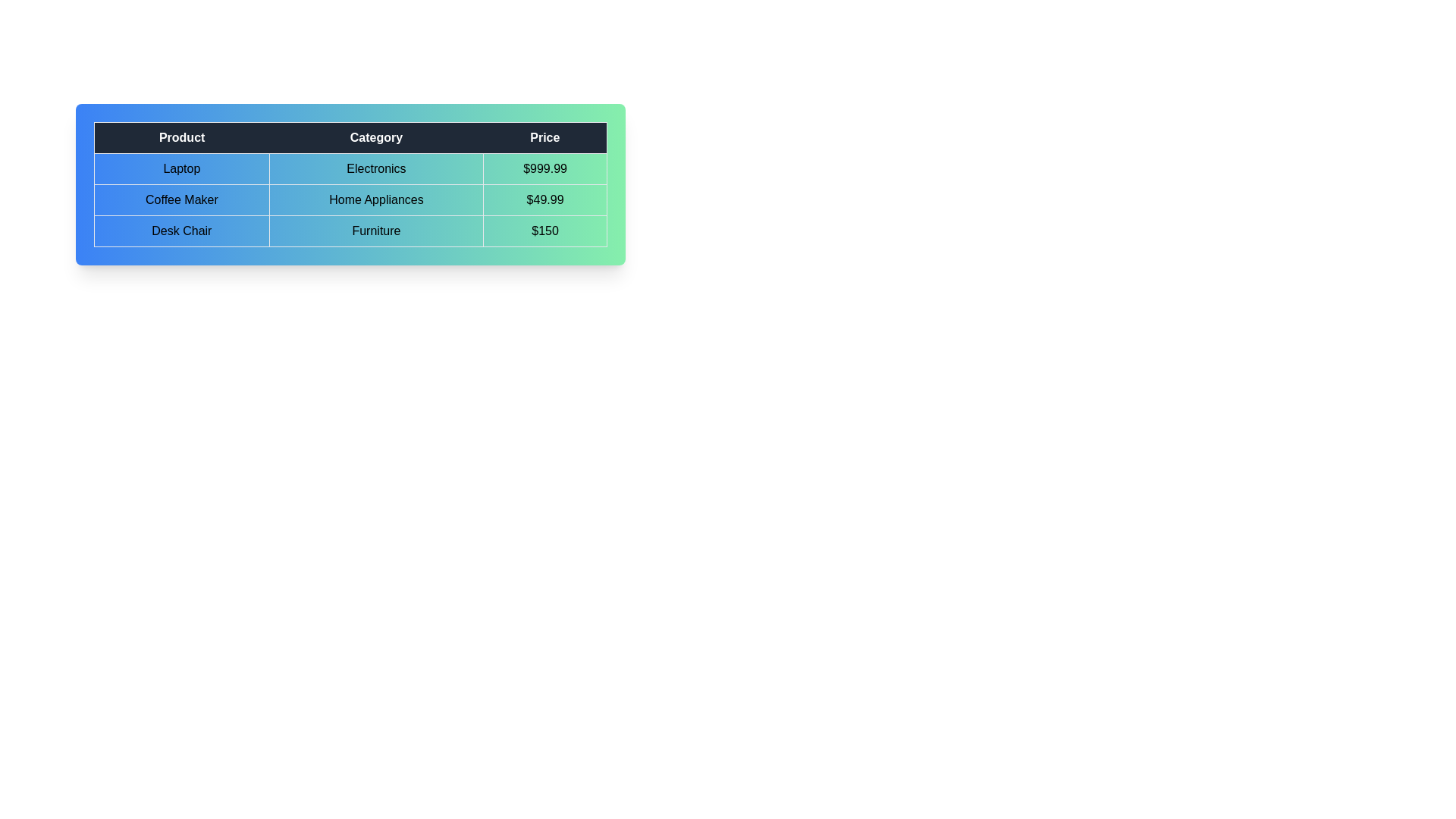  I want to click on the 'Product' Text Label element, which displays white text on a dark background in the top-left corner of the grid's header row, so click(181, 137).